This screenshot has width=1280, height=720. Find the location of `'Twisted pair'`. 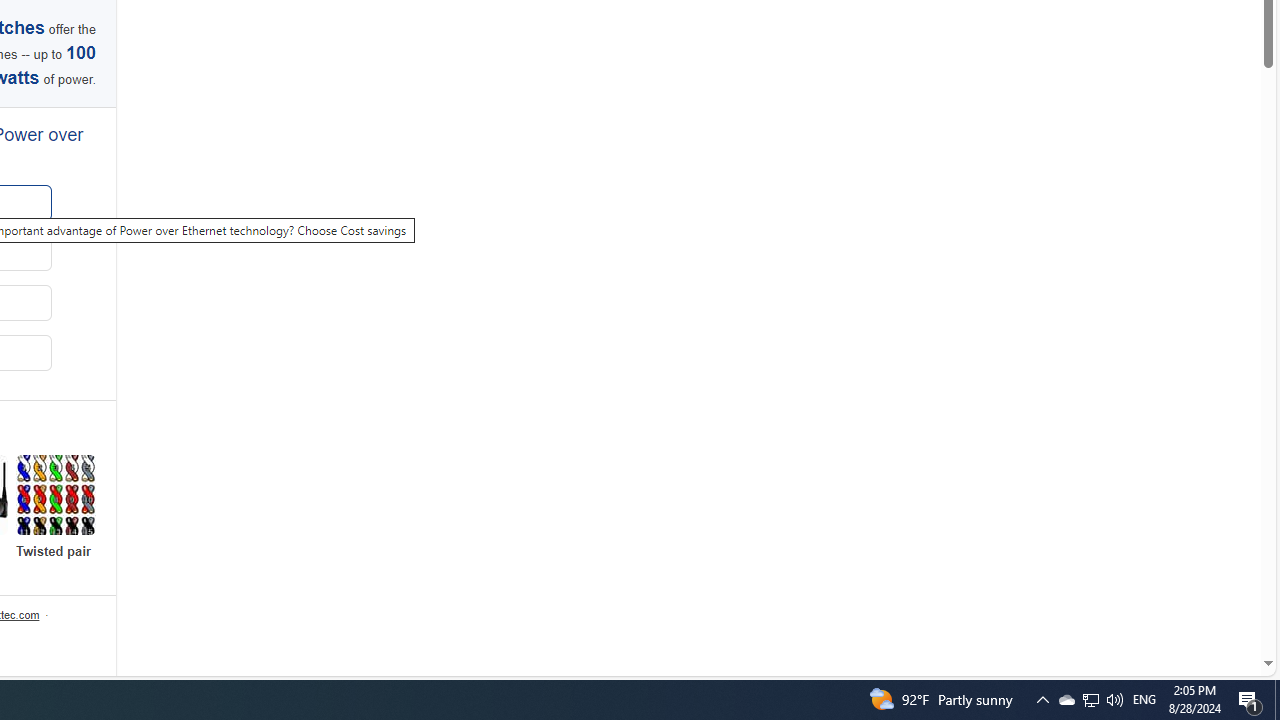

'Twisted pair' is located at coordinates (55, 506).